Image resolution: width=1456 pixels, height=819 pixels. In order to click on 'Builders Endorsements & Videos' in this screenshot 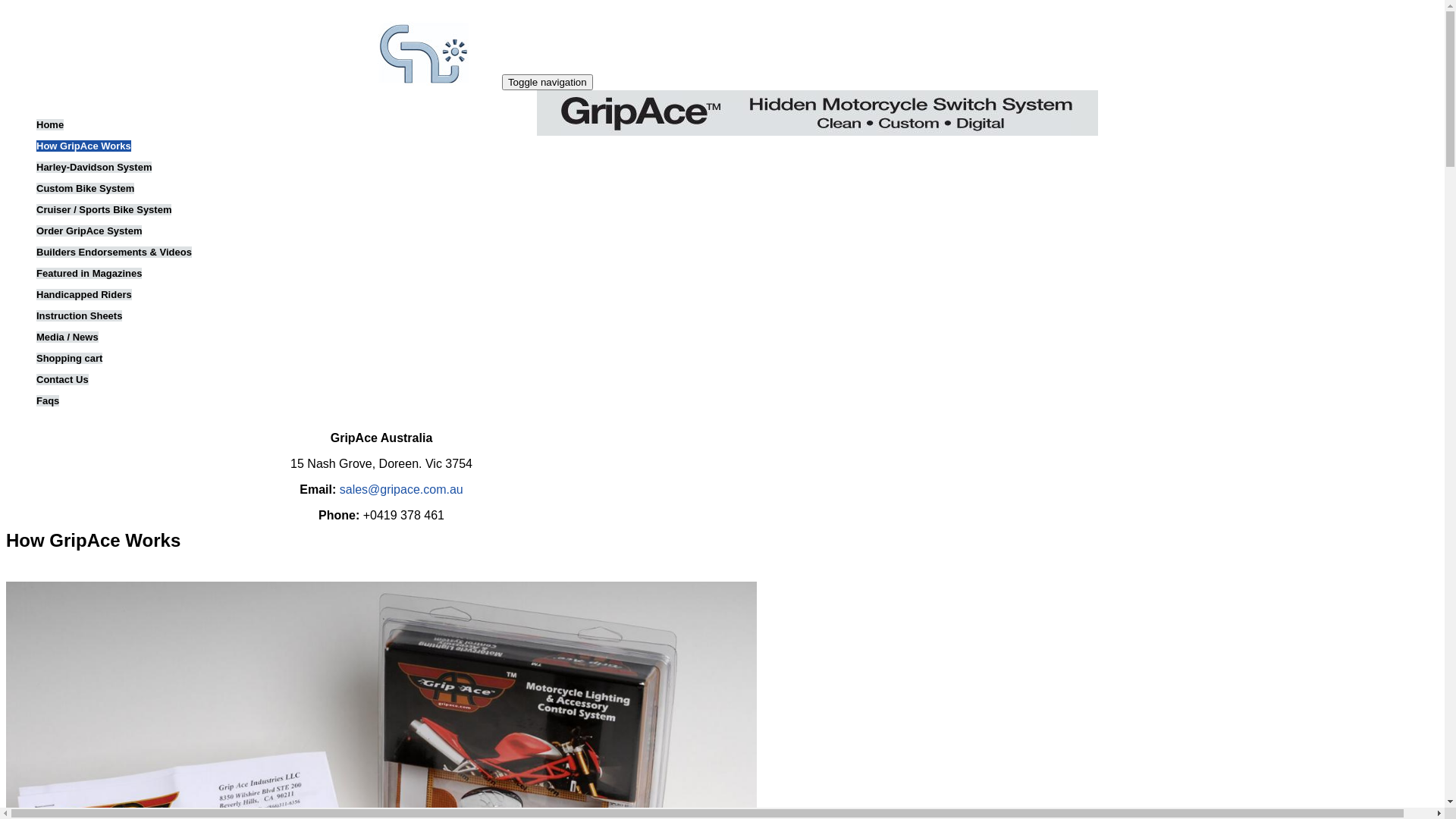, I will do `click(113, 251)`.